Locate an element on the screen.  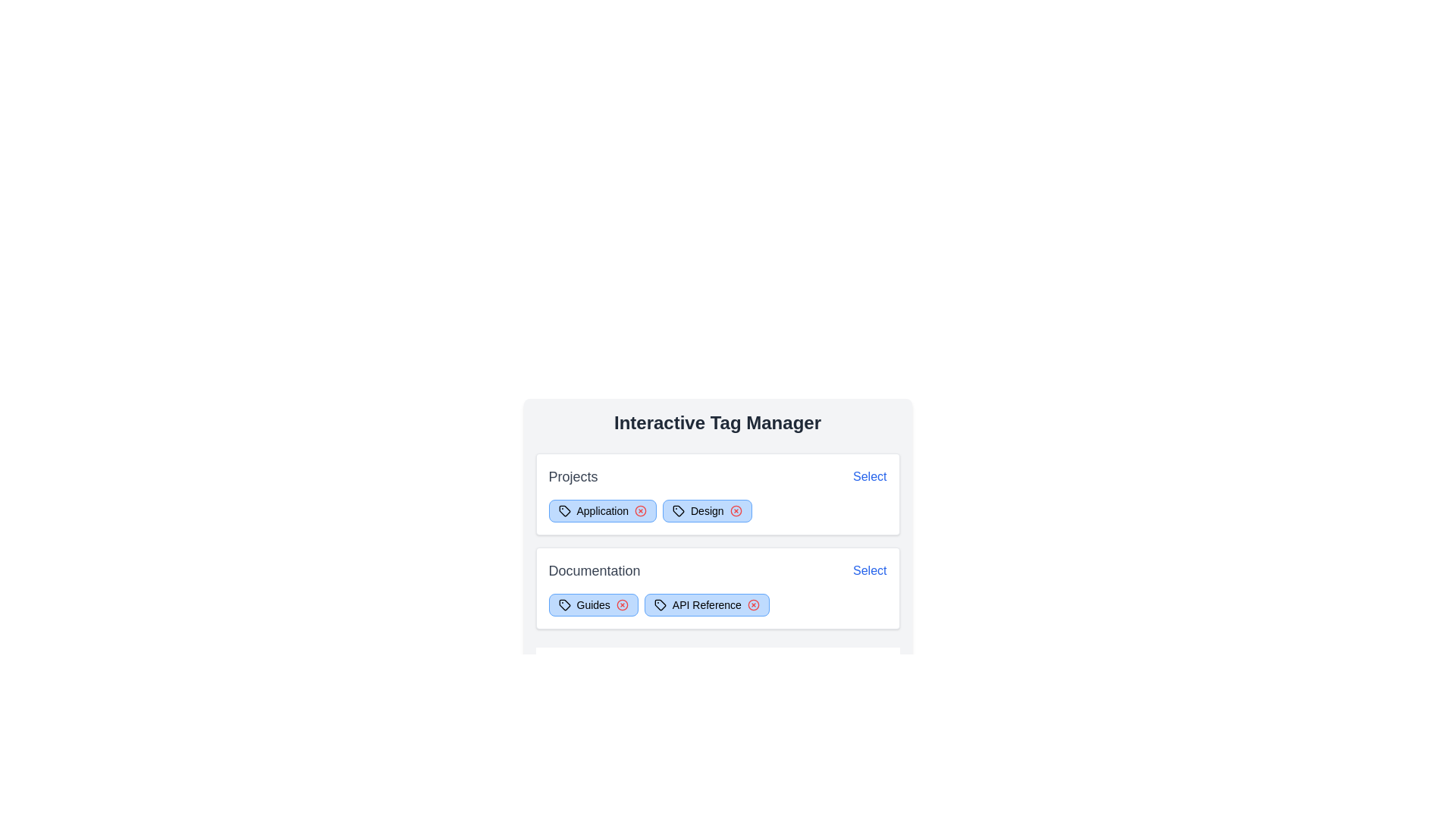
the clickable link positioned in the top-right corner of the 'Projects' card is located at coordinates (870, 475).